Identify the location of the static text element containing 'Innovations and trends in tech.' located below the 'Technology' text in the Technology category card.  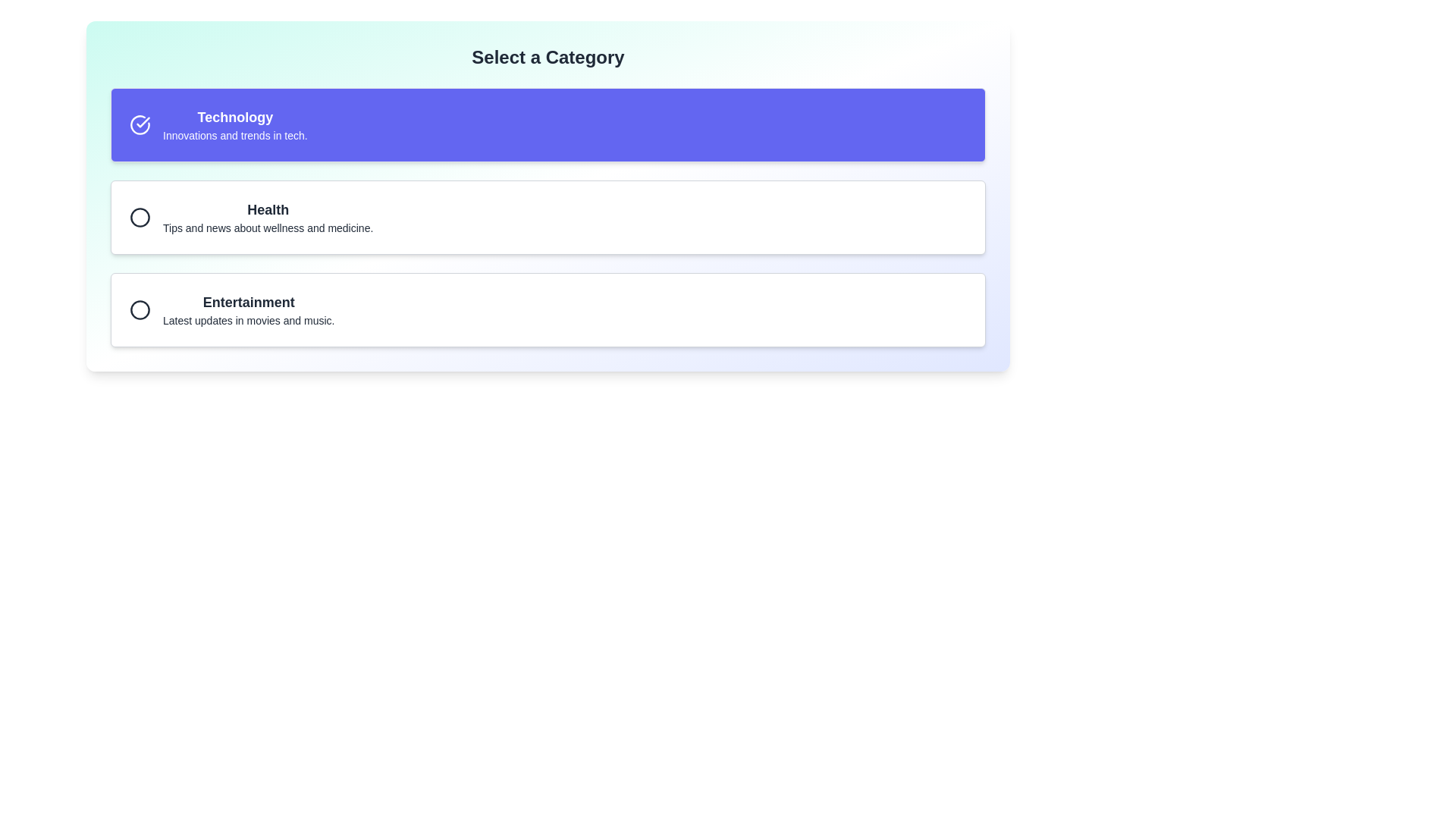
(234, 134).